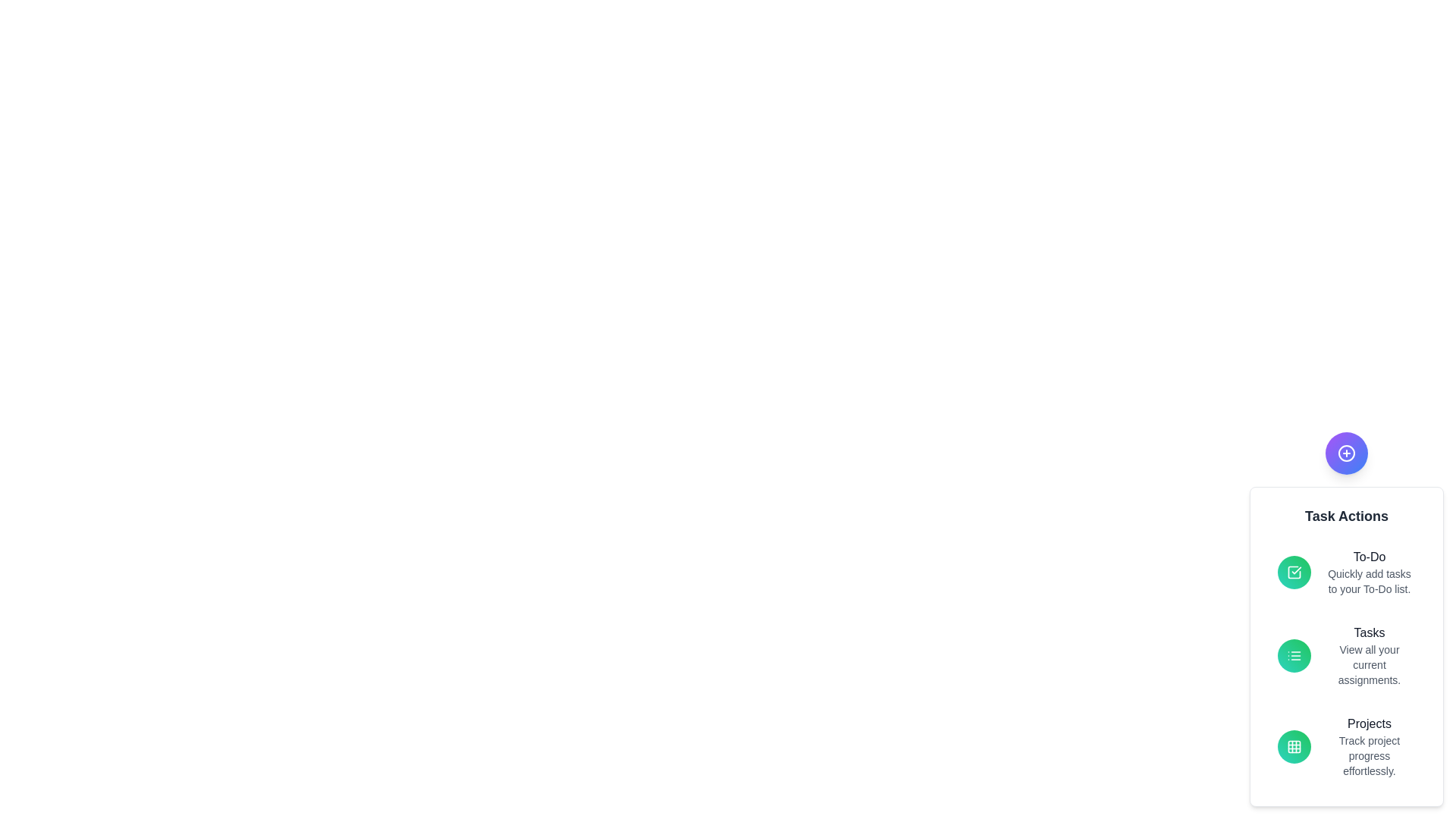  Describe the element at coordinates (1294, 745) in the screenshot. I see `the icon for Projects in the Task Actions menu` at that location.